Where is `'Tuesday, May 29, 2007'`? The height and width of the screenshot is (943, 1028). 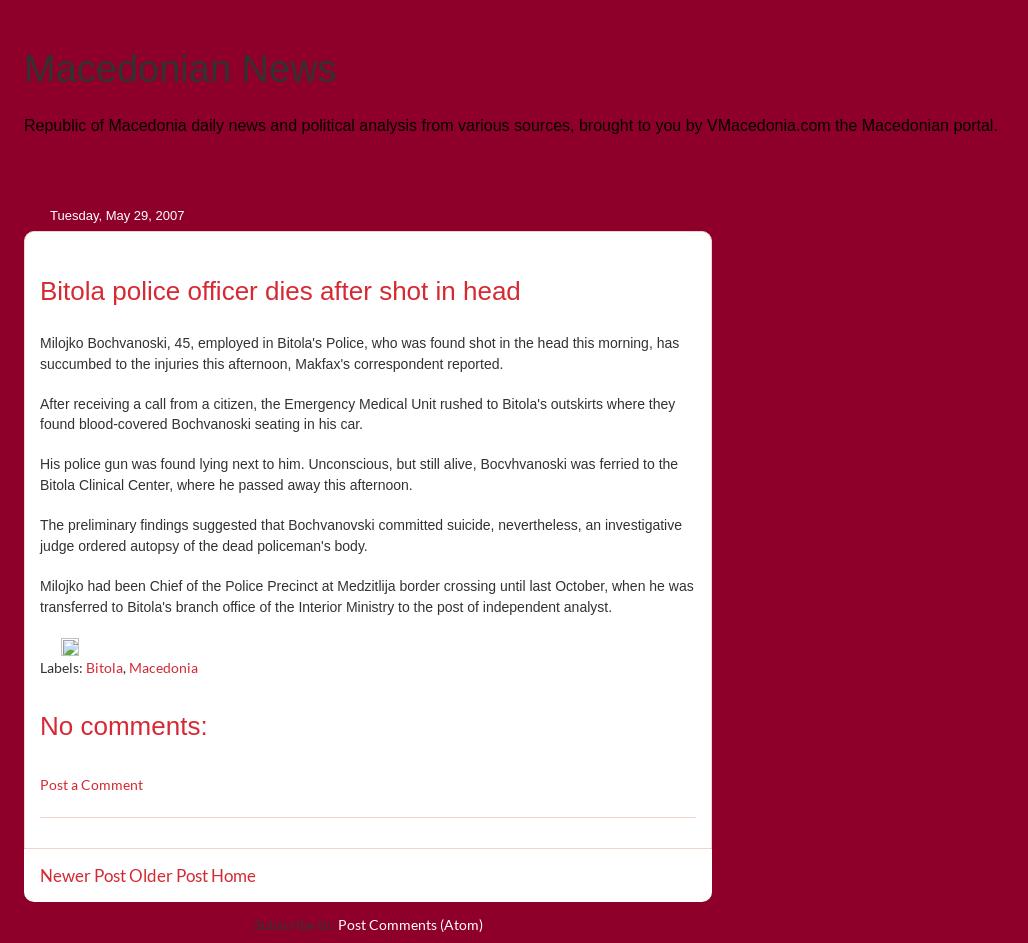 'Tuesday, May 29, 2007' is located at coordinates (115, 215).